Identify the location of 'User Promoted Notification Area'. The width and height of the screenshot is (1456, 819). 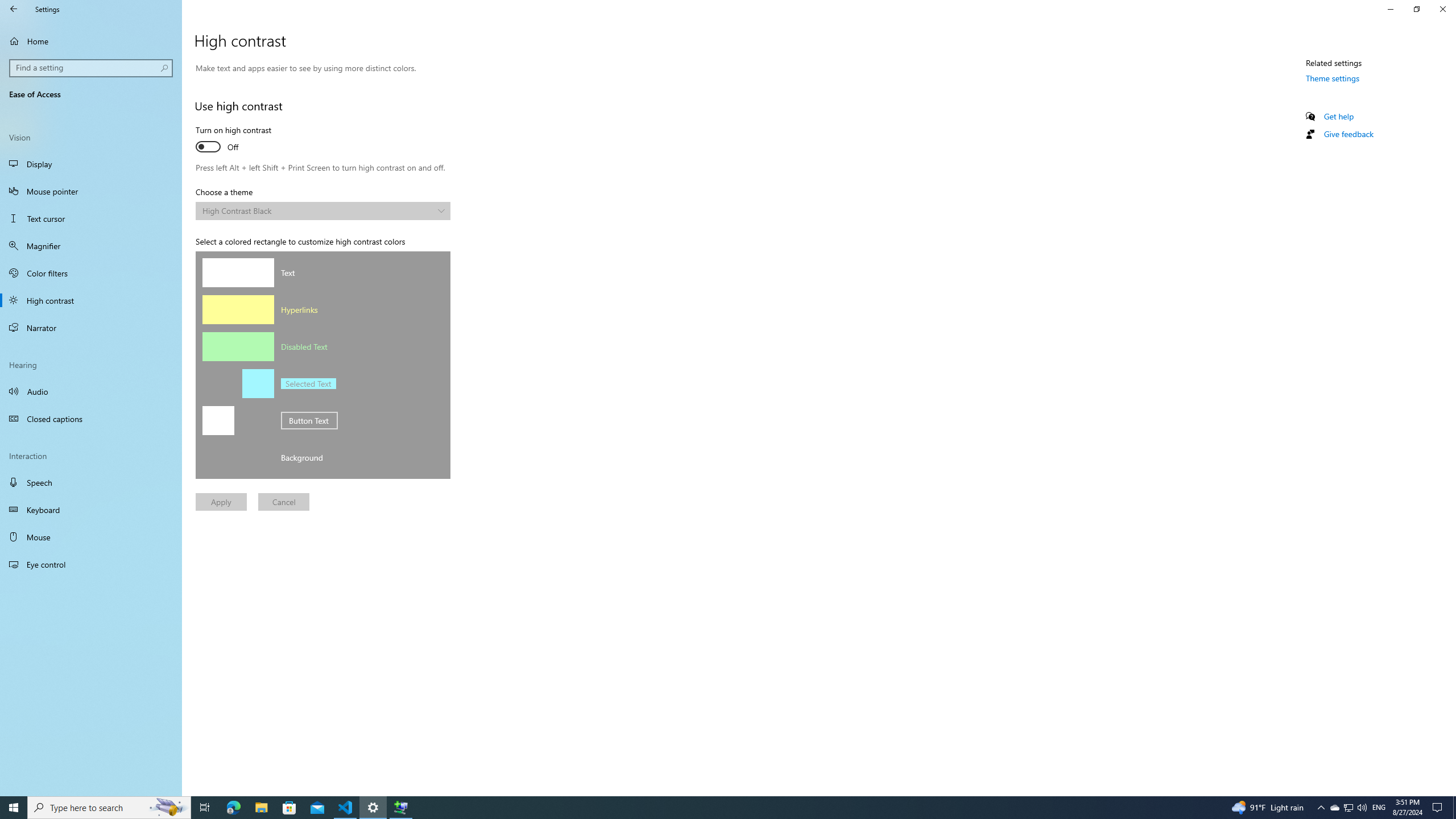
(1347, 806).